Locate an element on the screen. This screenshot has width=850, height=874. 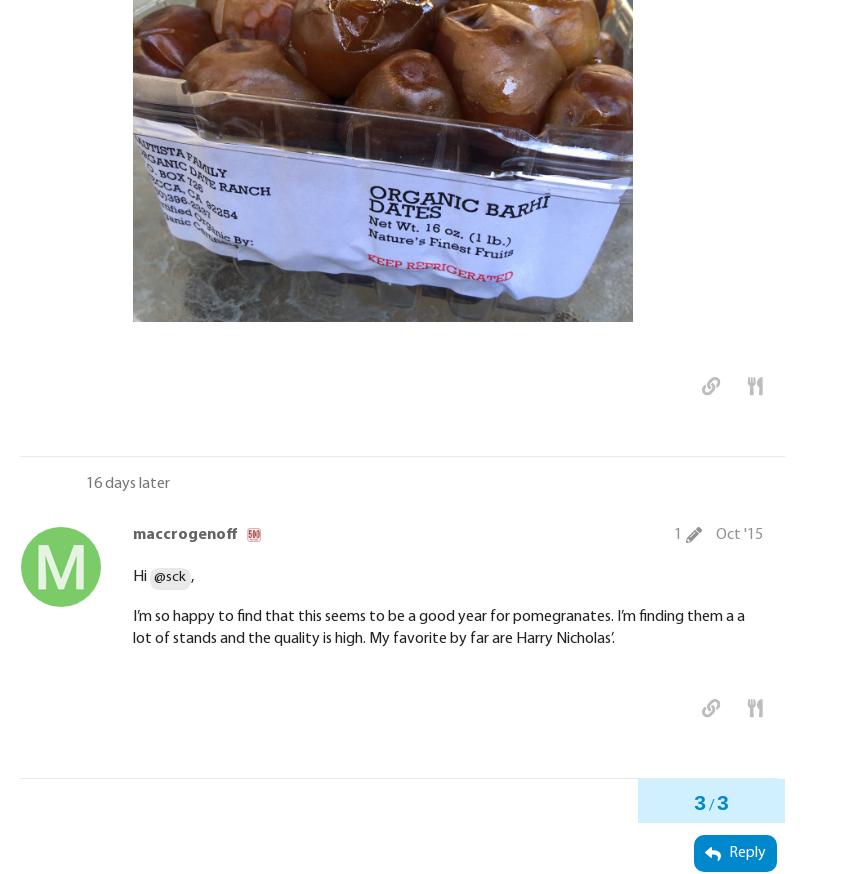
'Oct '15' is located at coordinates (715, 534).